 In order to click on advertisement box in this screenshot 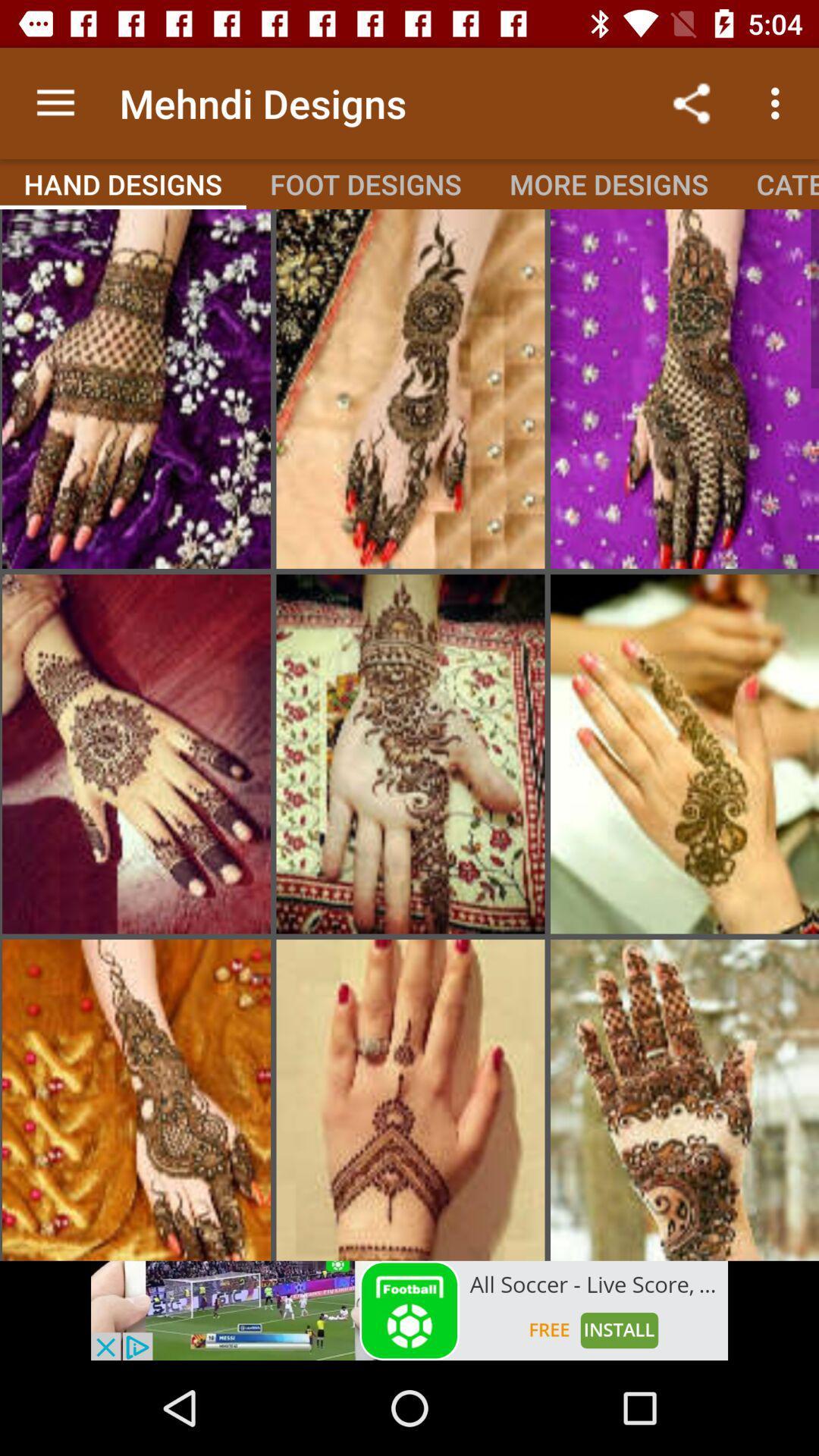, I will do `click(409, 1310)`.